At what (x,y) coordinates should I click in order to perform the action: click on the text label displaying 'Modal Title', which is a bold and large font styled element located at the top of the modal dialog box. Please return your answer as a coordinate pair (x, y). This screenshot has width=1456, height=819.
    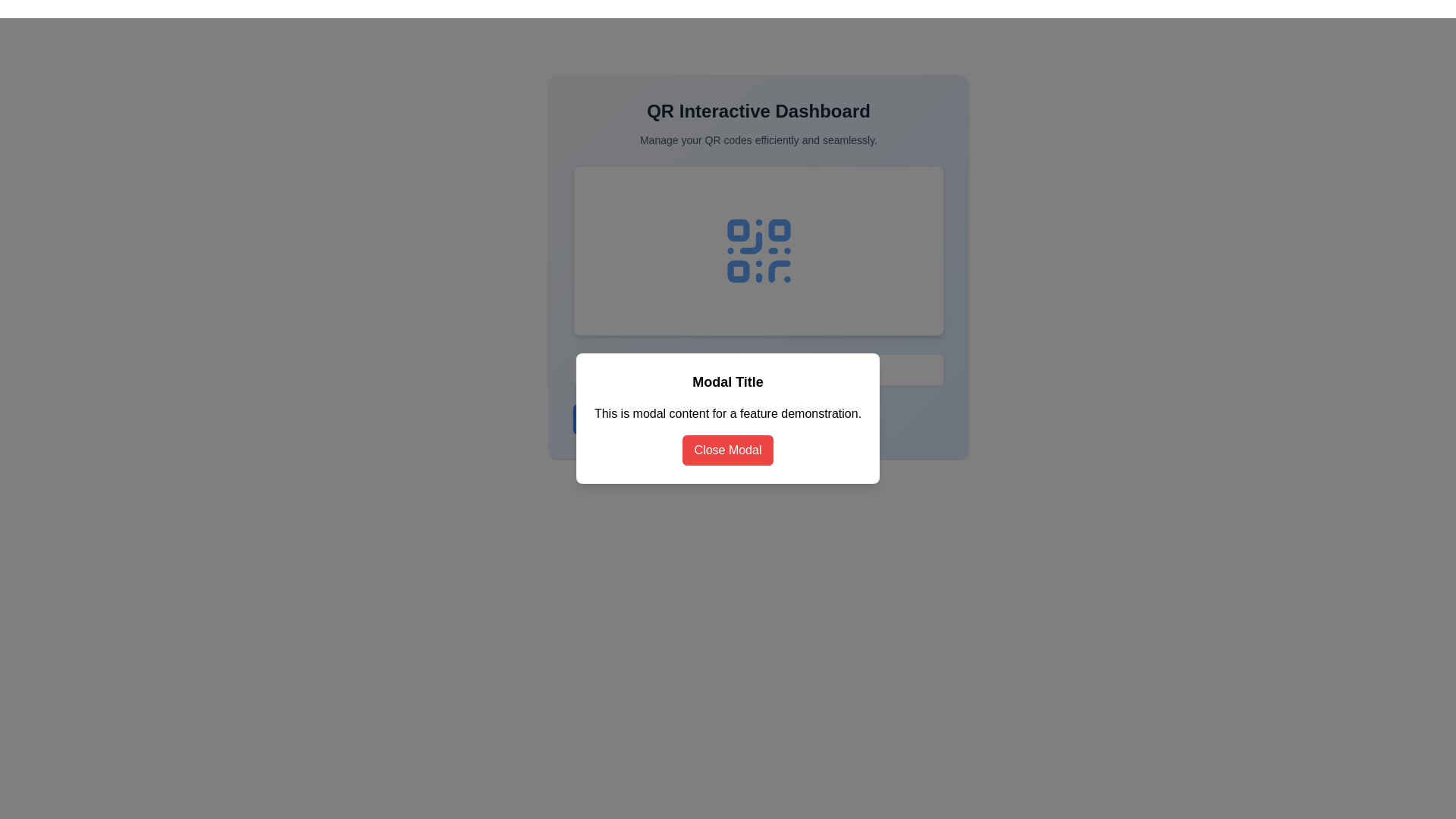
    Looking at the image, I should click on (728, 381).